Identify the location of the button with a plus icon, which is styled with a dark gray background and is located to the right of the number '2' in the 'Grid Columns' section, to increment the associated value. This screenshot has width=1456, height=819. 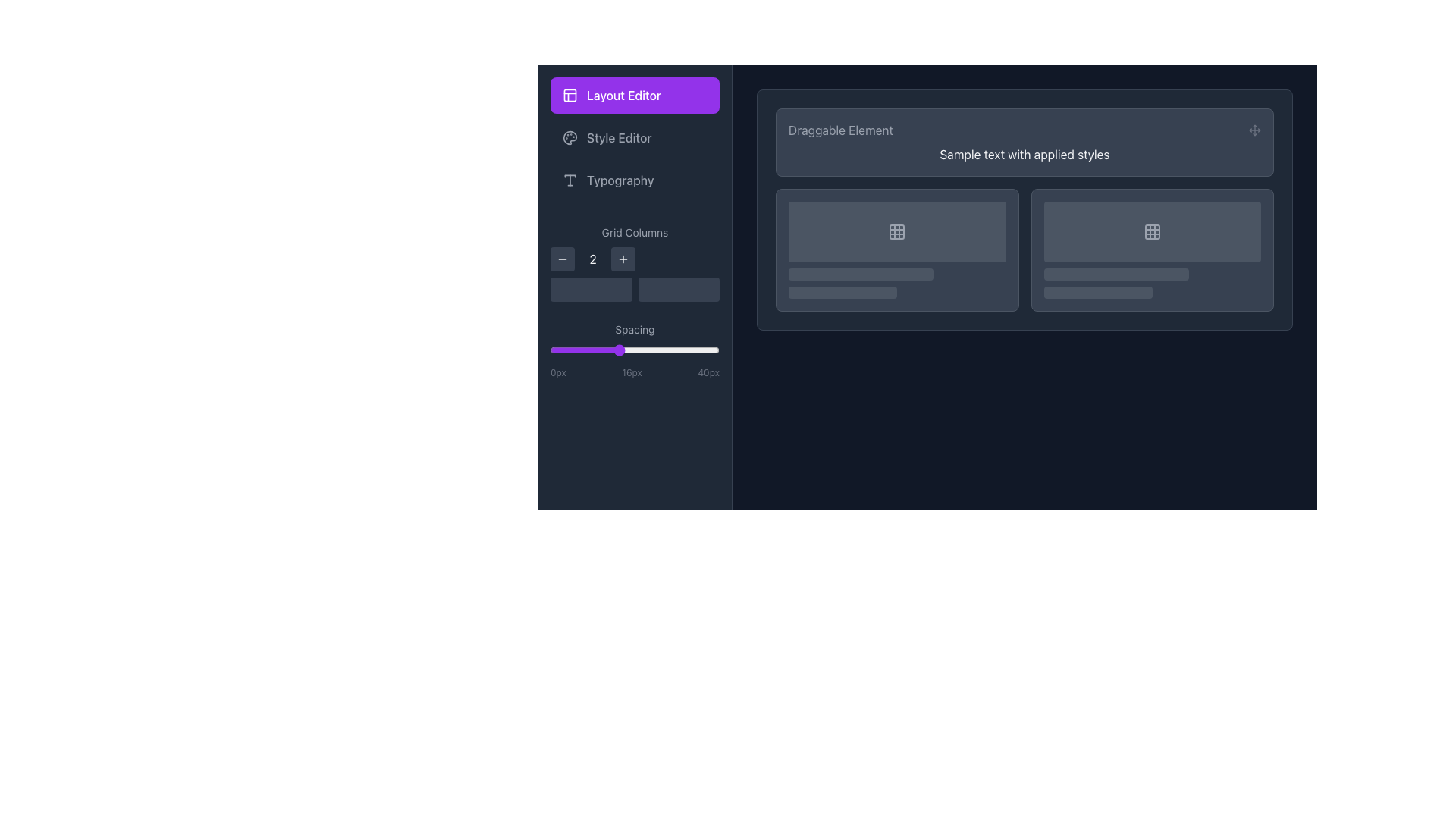
(623, 259).